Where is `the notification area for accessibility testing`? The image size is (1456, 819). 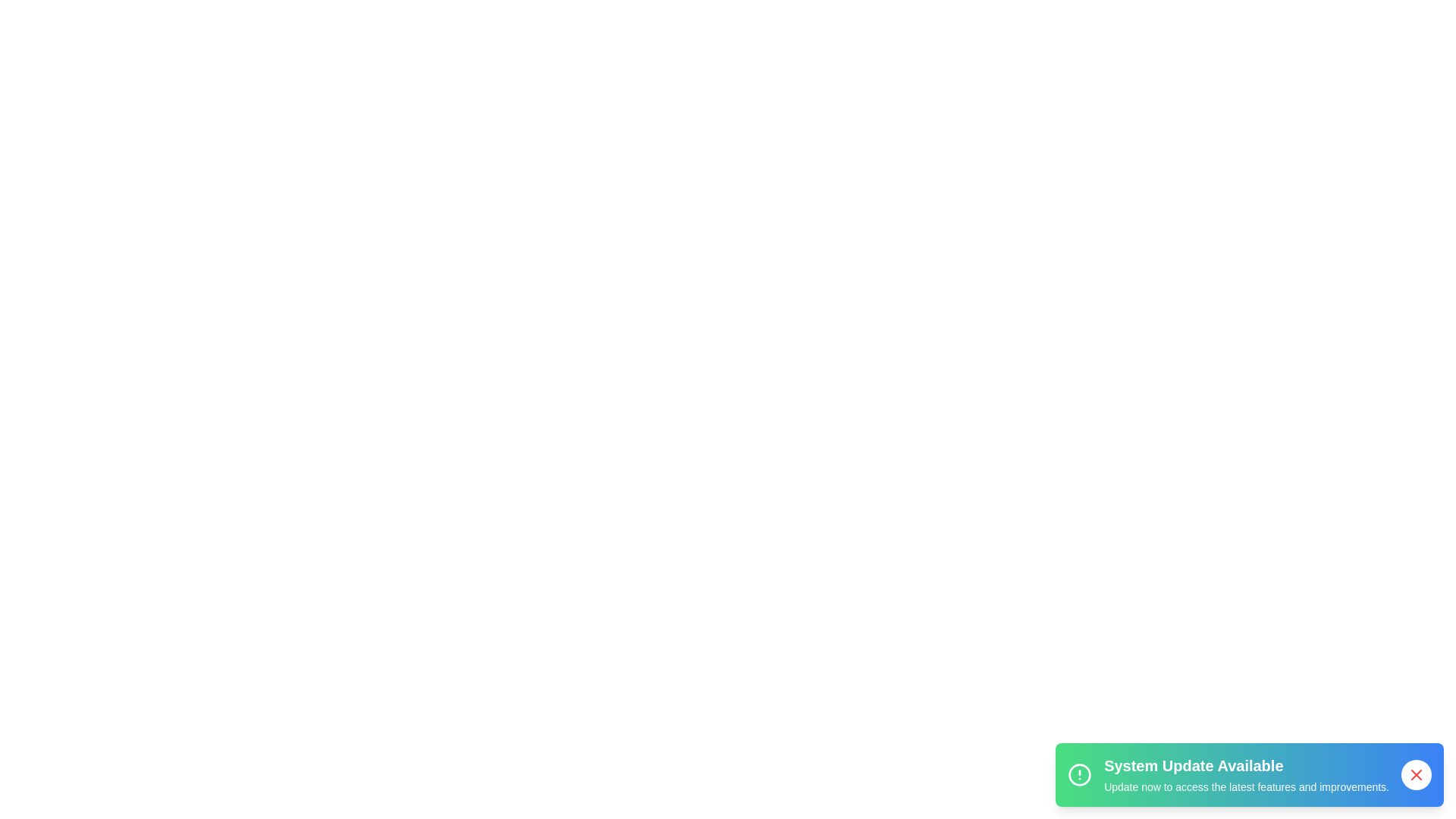 the notification area for accessibility testing is located at coordinates (1249, 775).